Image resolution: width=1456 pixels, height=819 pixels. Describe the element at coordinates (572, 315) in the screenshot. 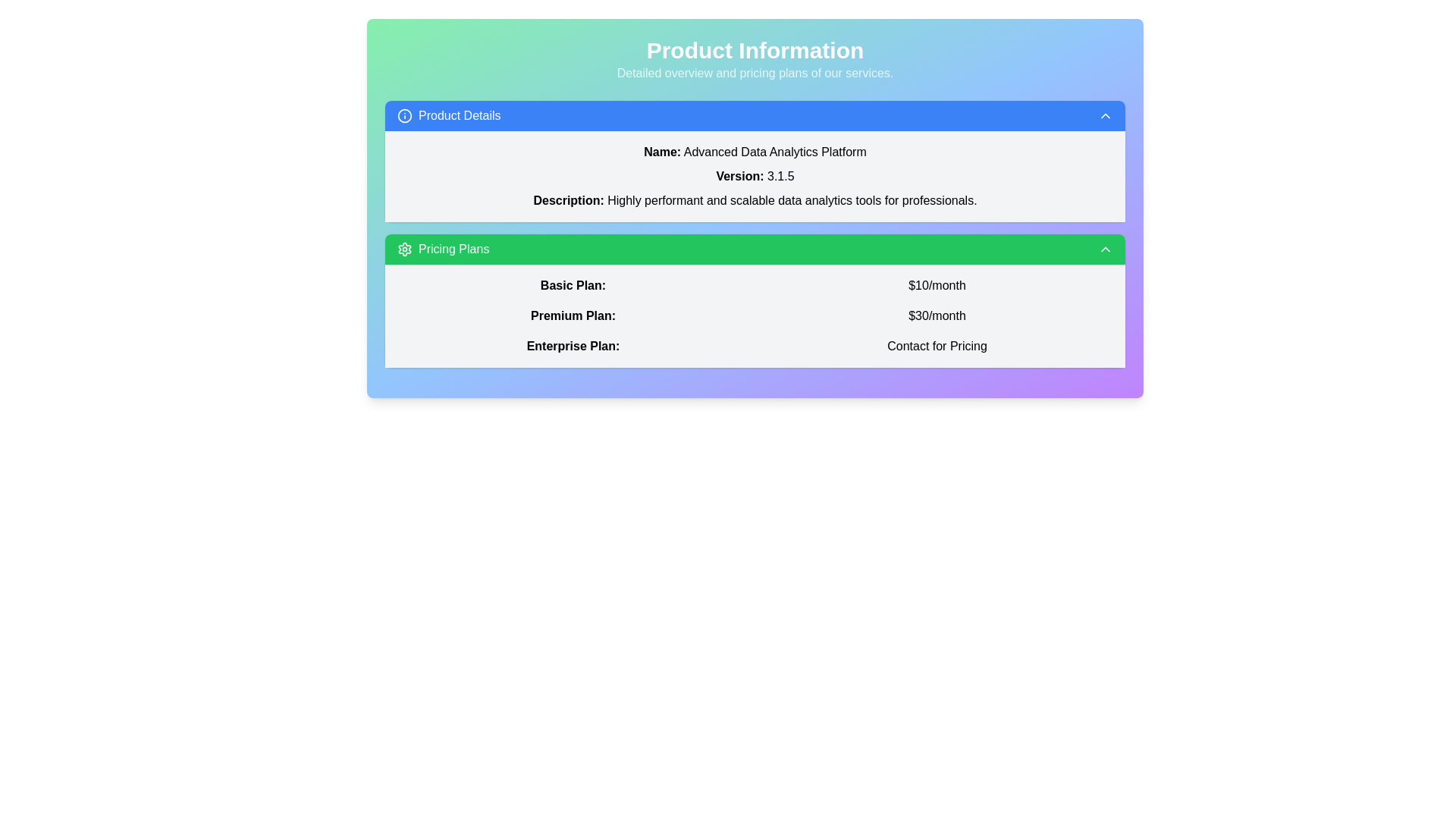

I see `text label stating 'Premium Plan:' which is part of the pricing options in the 'Pricing Plans' section, located between 'Basic Plan:' and 'Enterprise Plan:'` at that location.